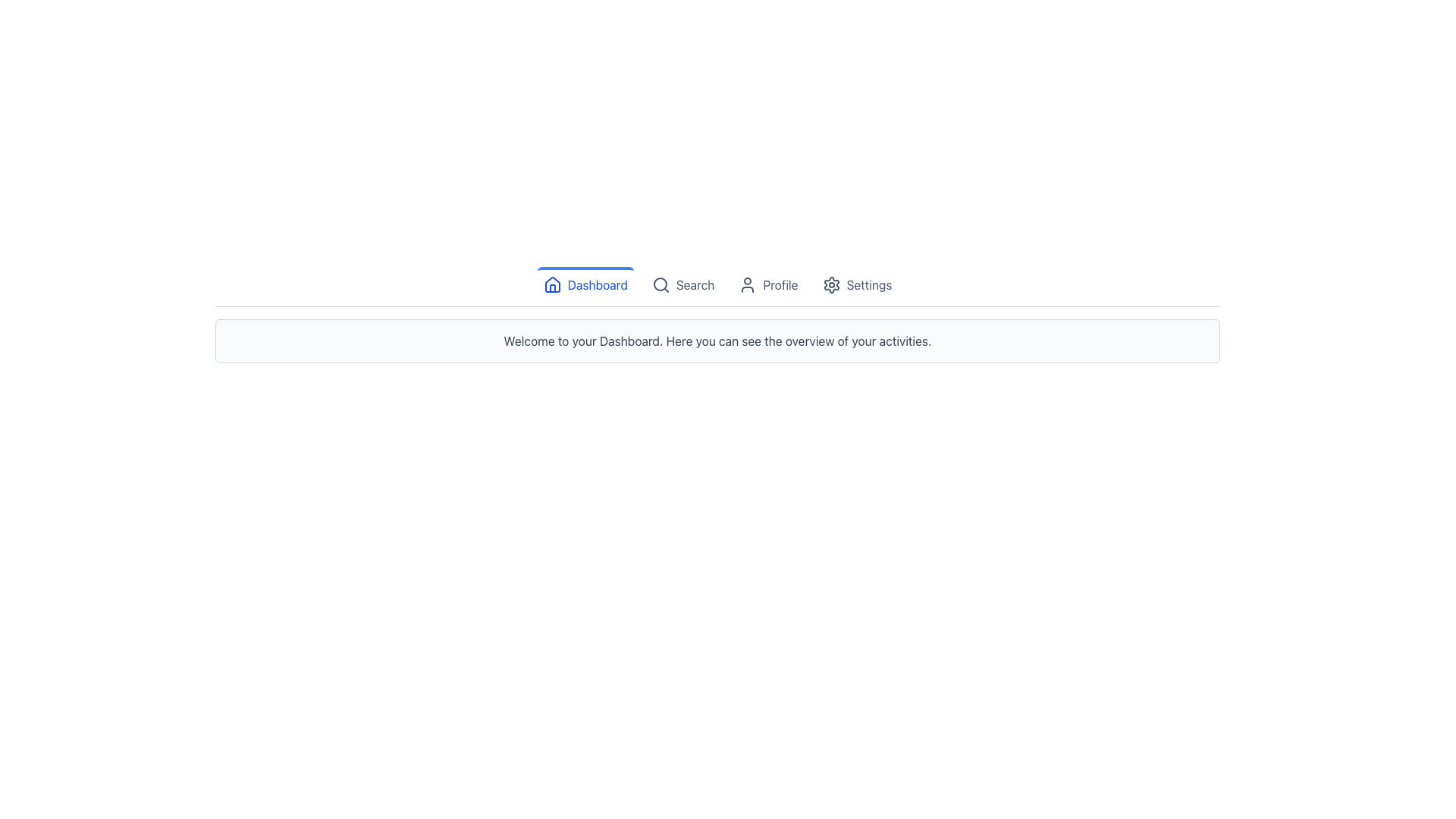 This screenshot has height=819, width=1456. What do you see at coordinates (830, 284) in the screenshot?
I see `the cogwheel icon representing settings, located in the navigation bar near the 'Settings' label` at bounding box center [830, 284].